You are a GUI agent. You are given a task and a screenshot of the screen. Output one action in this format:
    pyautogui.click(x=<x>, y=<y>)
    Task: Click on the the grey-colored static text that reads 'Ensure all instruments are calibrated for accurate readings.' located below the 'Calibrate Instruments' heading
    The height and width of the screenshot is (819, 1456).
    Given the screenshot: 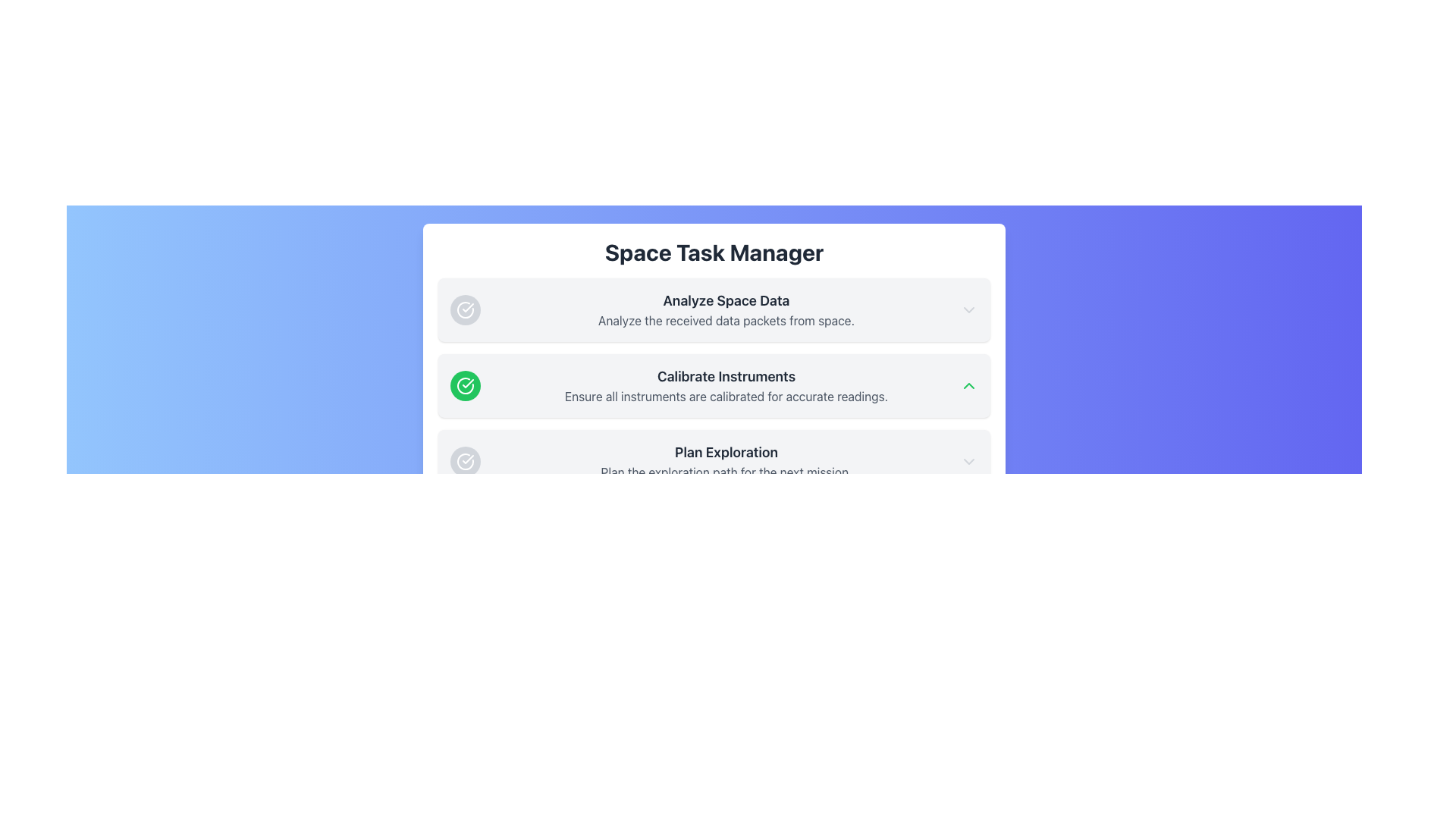 What is the action you would take?
    pyautogui.click(x=726, y=396)
    